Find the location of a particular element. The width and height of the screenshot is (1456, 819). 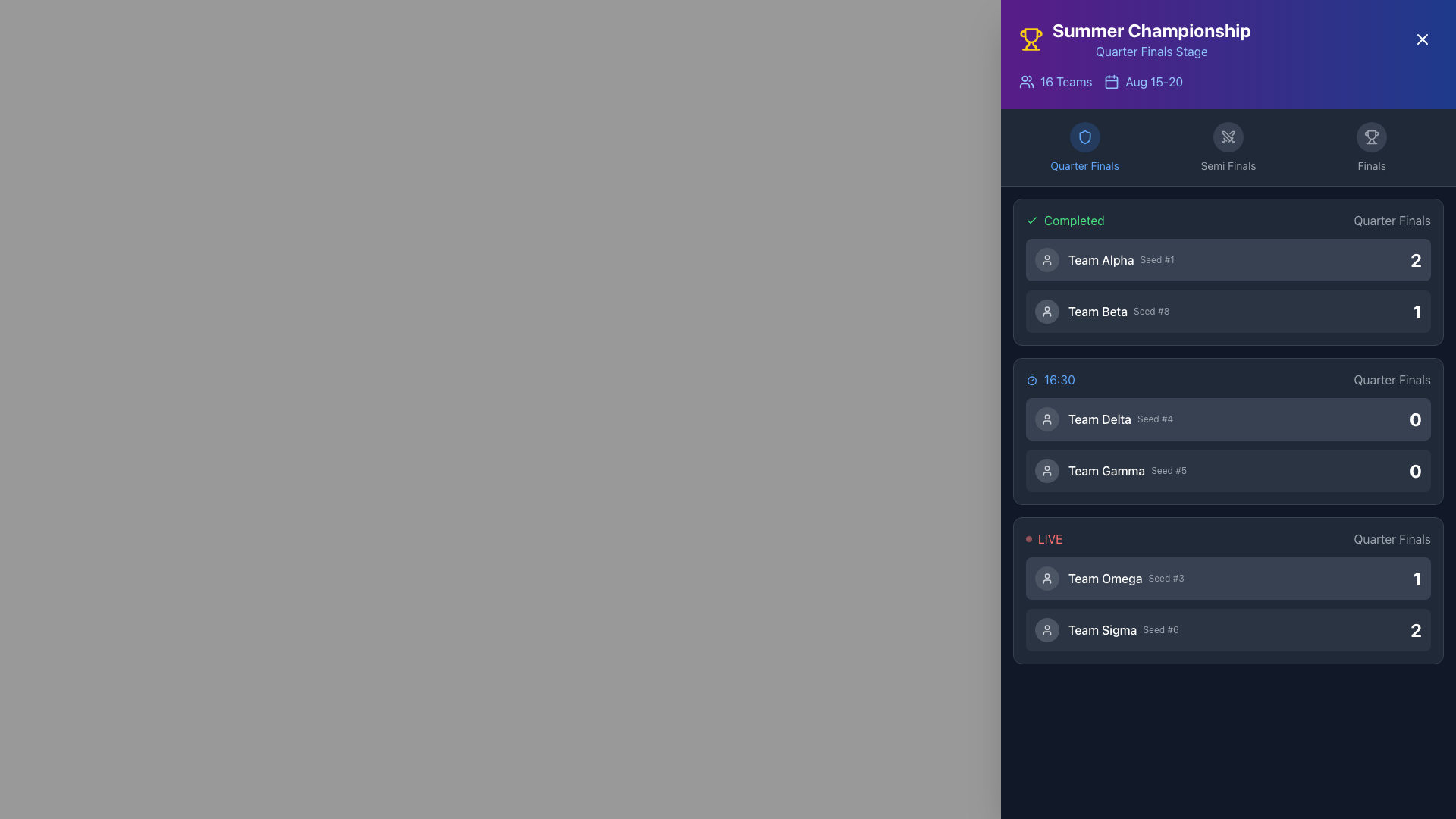

the circular profile icon with a gray background and white user silhouette located to the left of the 'Team Beta' text is located at coordinates (1046, 311).